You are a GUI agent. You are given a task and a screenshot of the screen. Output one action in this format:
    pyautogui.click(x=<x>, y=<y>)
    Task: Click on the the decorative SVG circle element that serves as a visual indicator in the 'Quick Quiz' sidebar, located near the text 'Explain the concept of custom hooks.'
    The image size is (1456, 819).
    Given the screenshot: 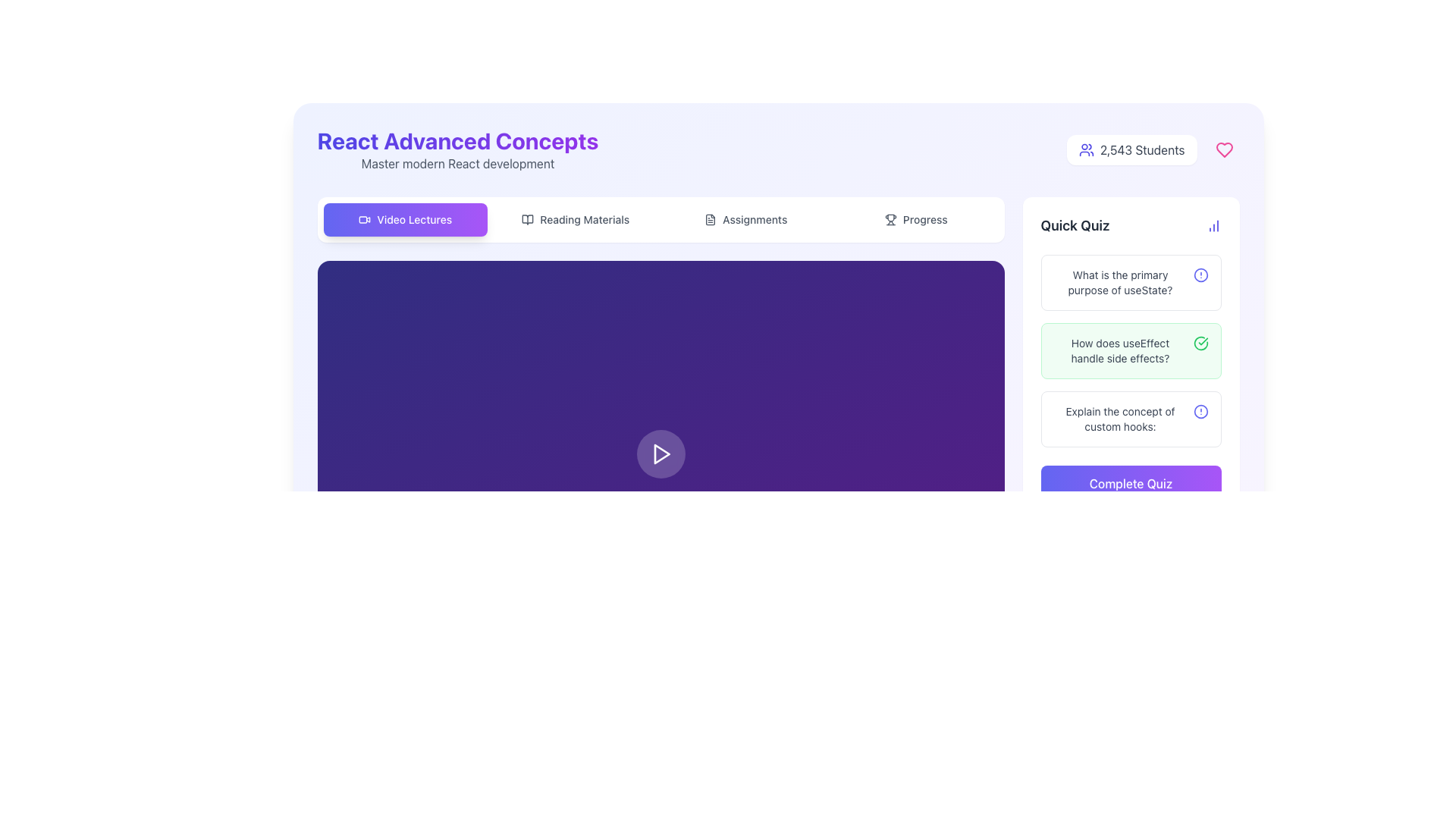 What is the action you would take?
    pyautogui.click(x=1200, y=412)
    